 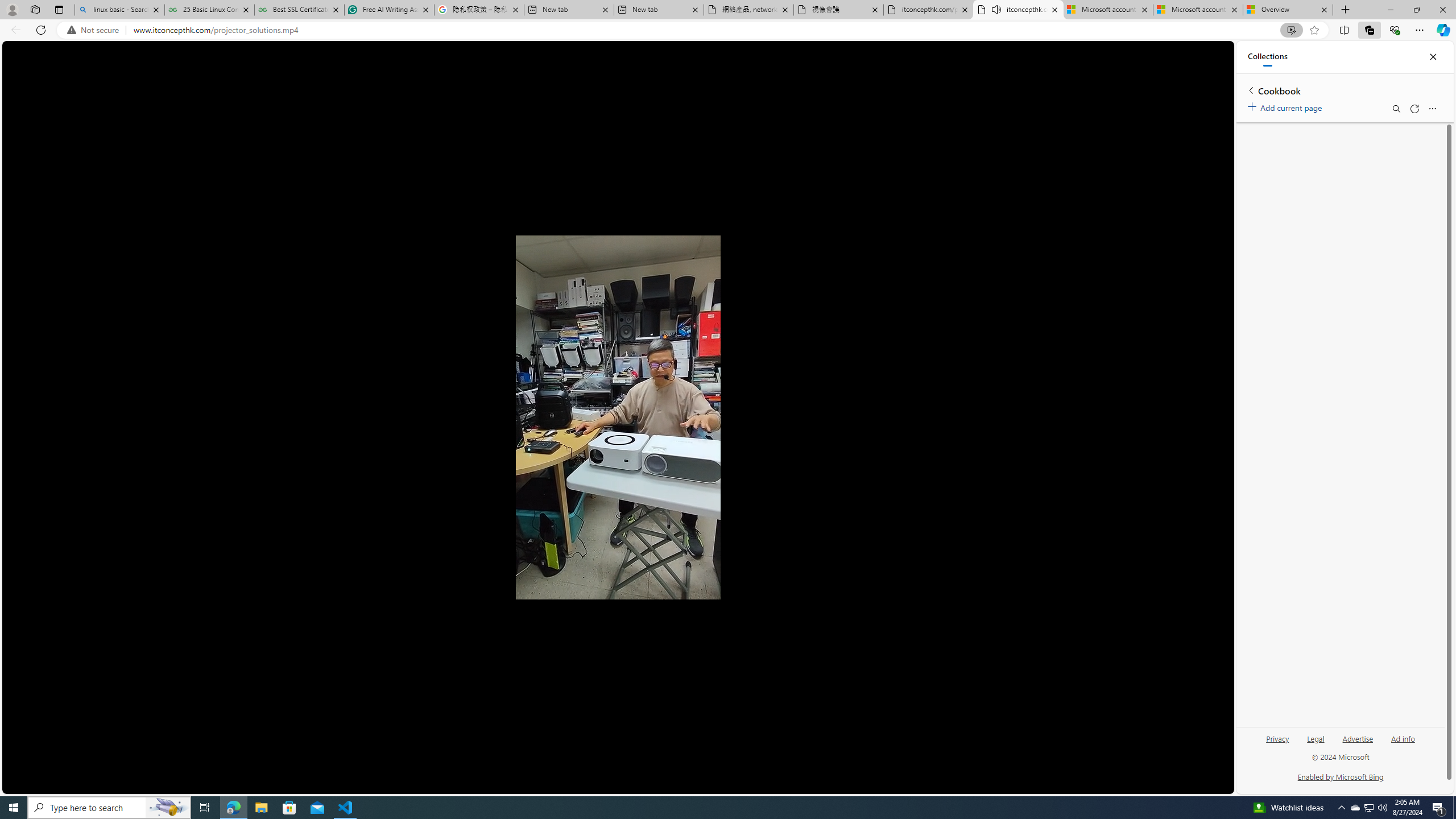 I want to click on 'Best SSL Certificates Provider in India - GeeksforGeeks', so click(x=299, y=9).